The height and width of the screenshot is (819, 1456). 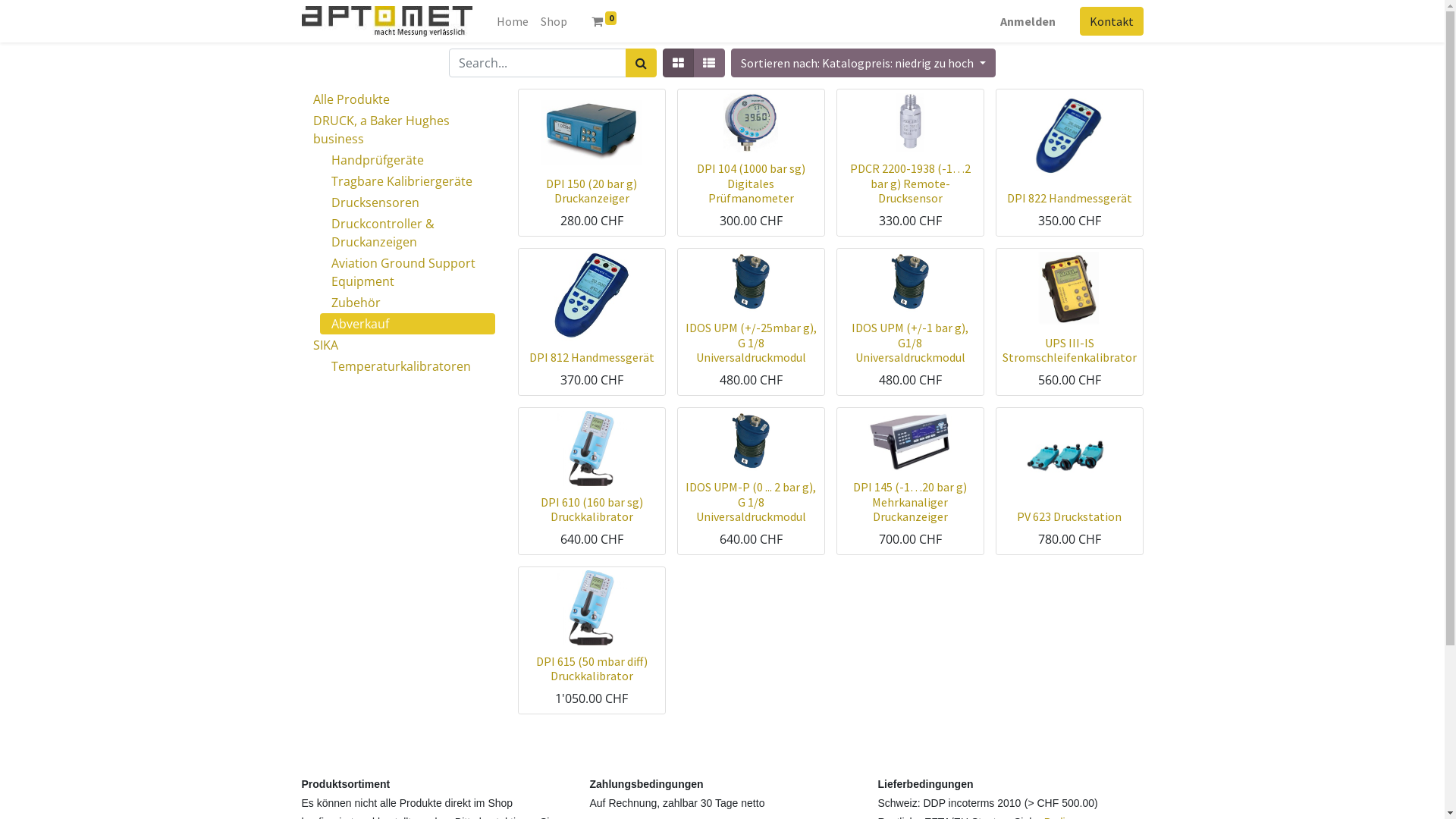 I want to click on 'Anmelden', so click(x=1027, y=20).